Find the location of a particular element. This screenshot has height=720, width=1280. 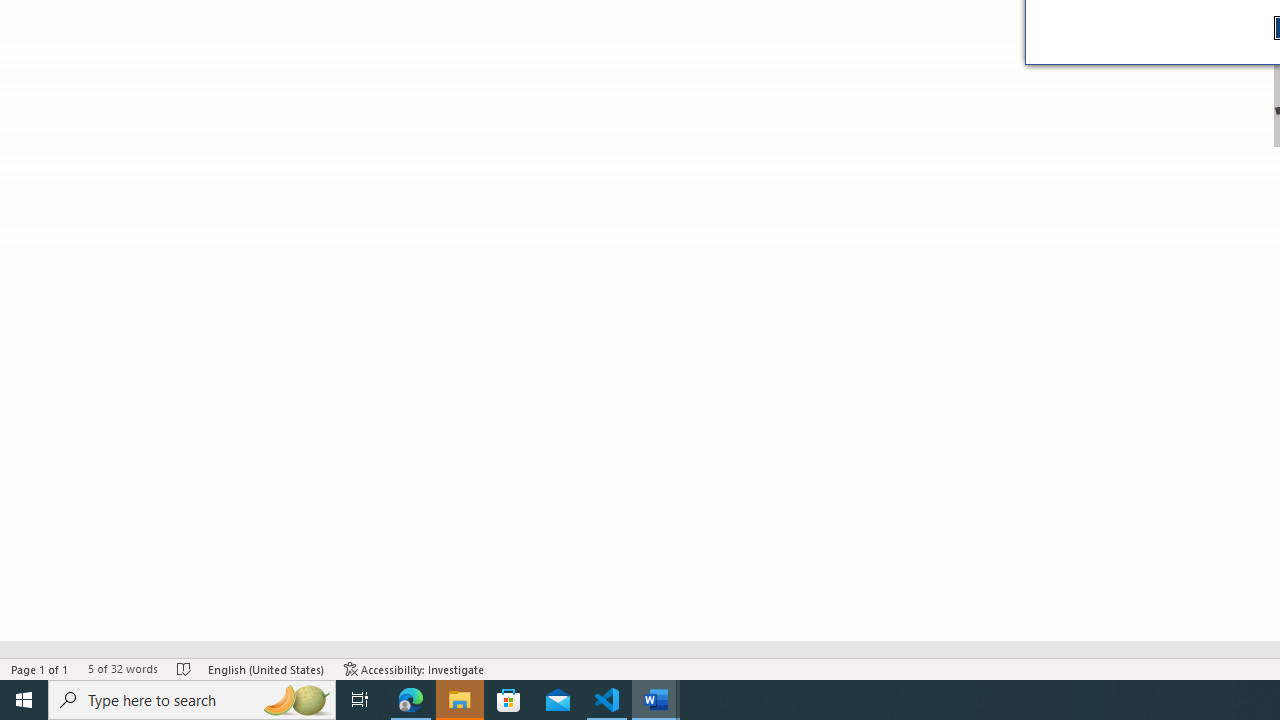

'Word Count 5 of 32 words' is located at coordinates (121, 669).